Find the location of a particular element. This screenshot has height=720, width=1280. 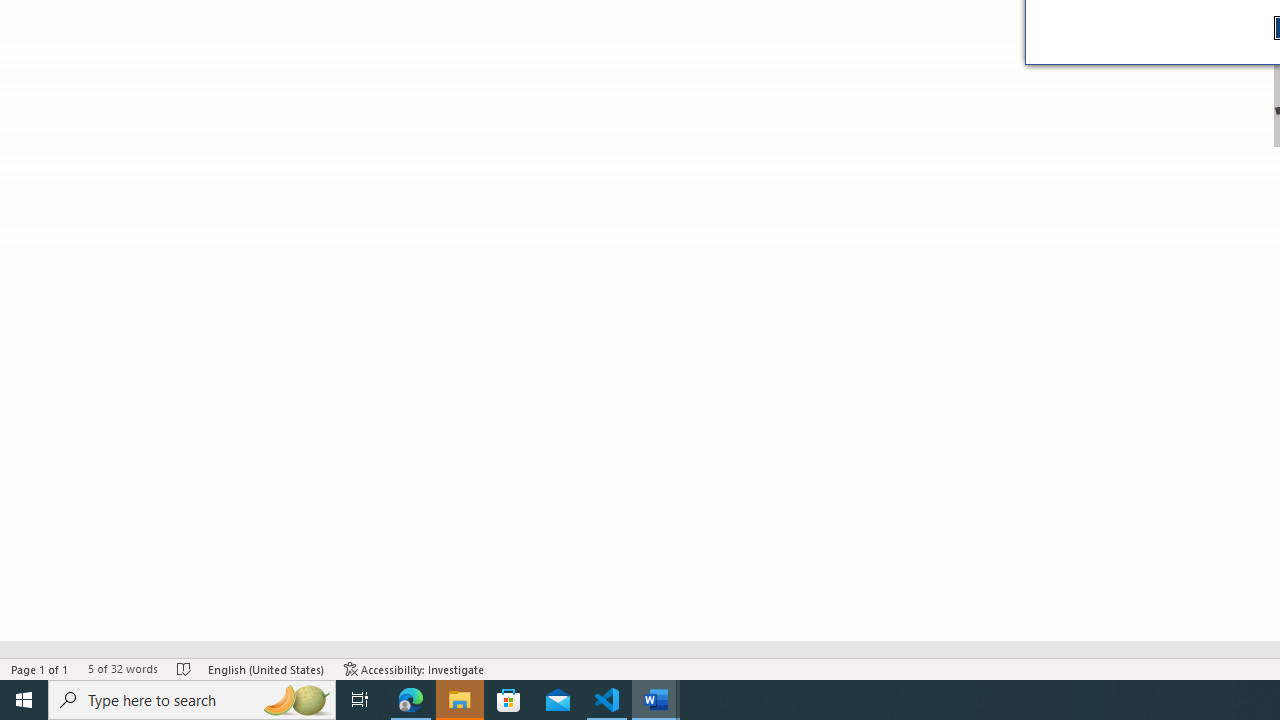

'Word Count 5 of 32 words' is located at coordinates (121, 669).